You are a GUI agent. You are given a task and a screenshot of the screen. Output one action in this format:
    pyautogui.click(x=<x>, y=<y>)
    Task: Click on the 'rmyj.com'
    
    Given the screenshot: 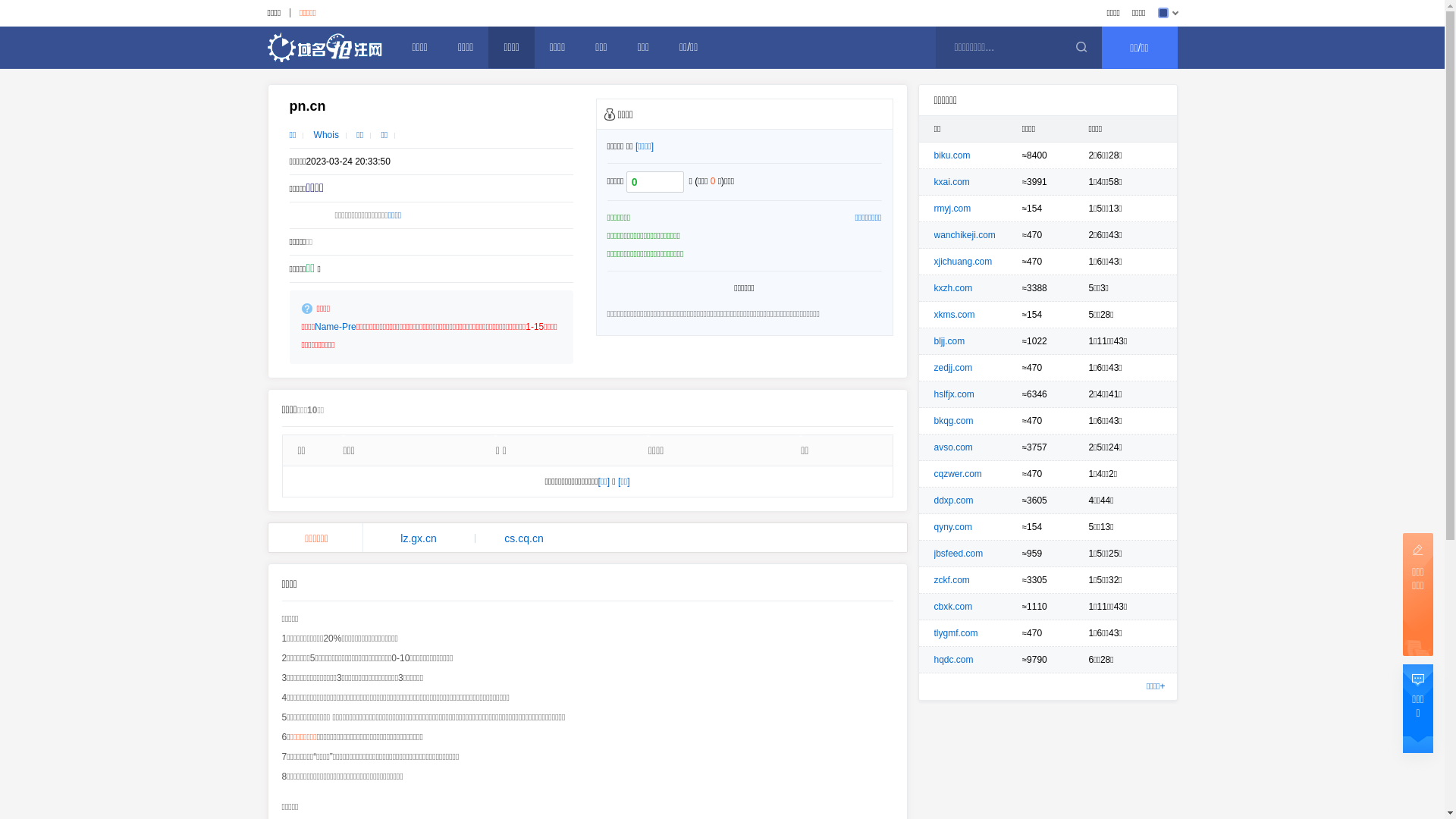 What is the action you would take?
    pyautogui.click(x=952, y=208)
    